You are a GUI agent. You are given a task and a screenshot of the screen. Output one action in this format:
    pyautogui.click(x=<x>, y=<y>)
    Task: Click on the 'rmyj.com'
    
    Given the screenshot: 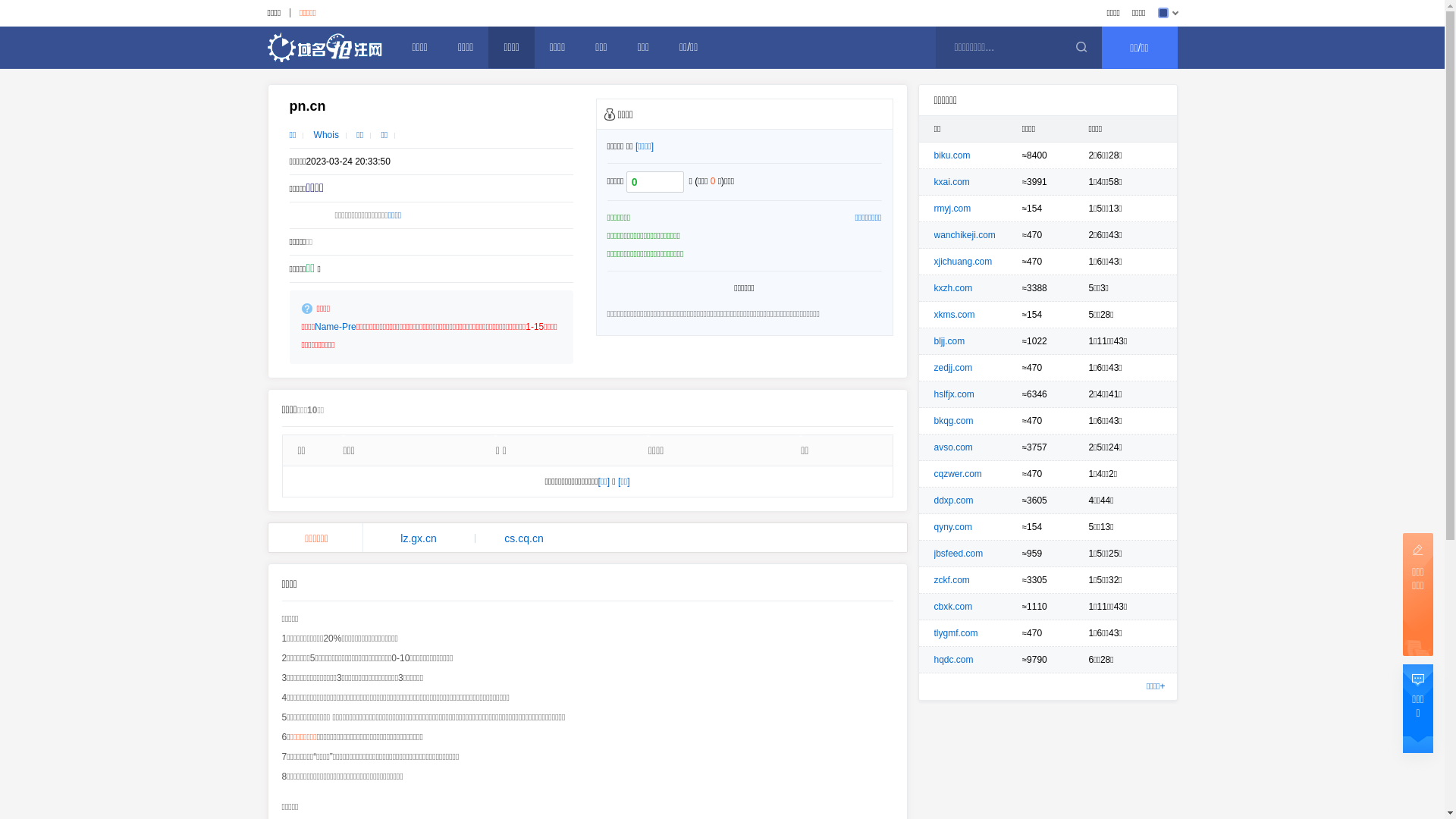 What is the action you would take?
    pyautogui.click(x=952, y=208)
    